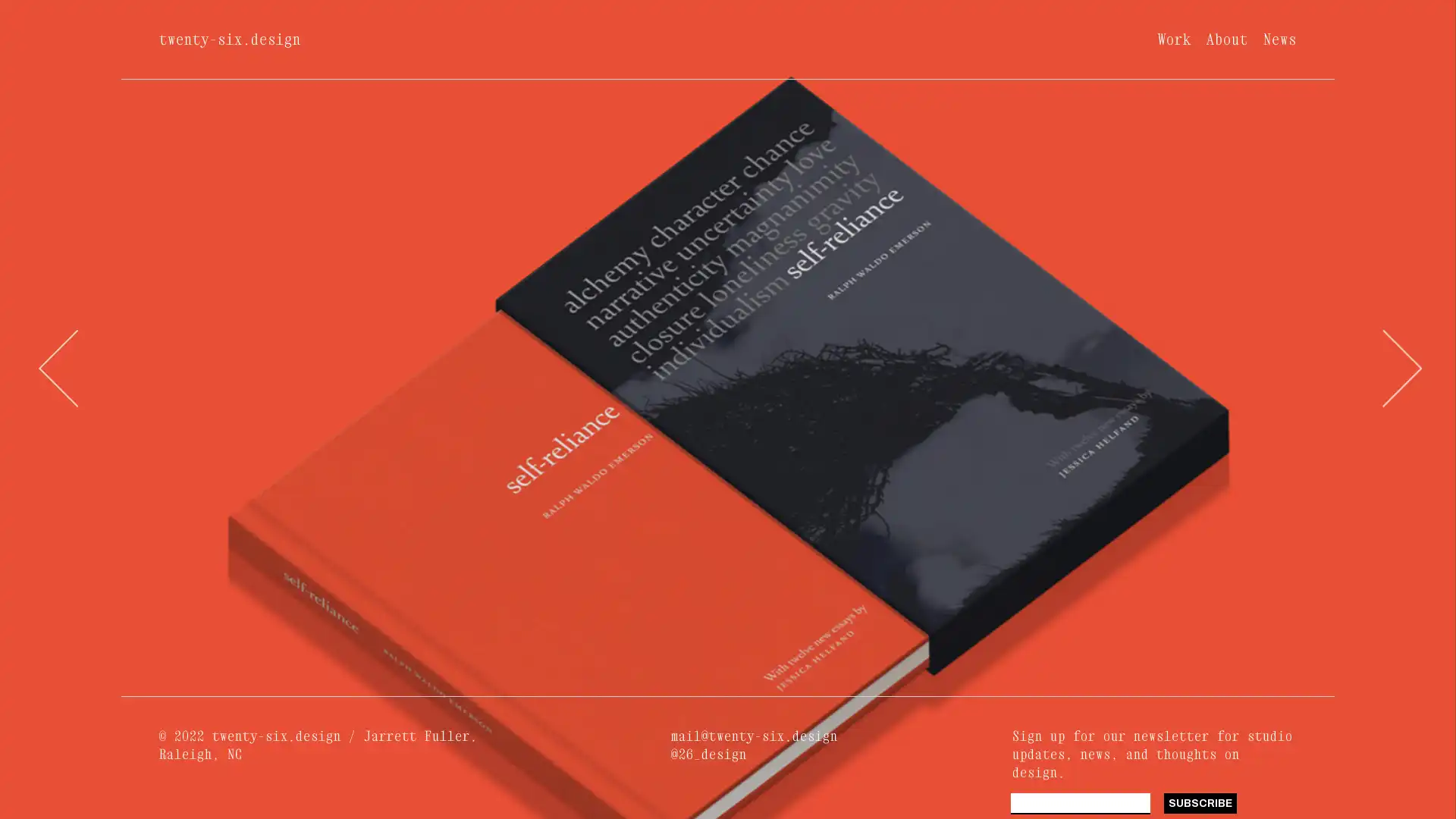 The width and height of the screenshot is (1456, 819). I want to click on Subscribe, so click(1199, 802).